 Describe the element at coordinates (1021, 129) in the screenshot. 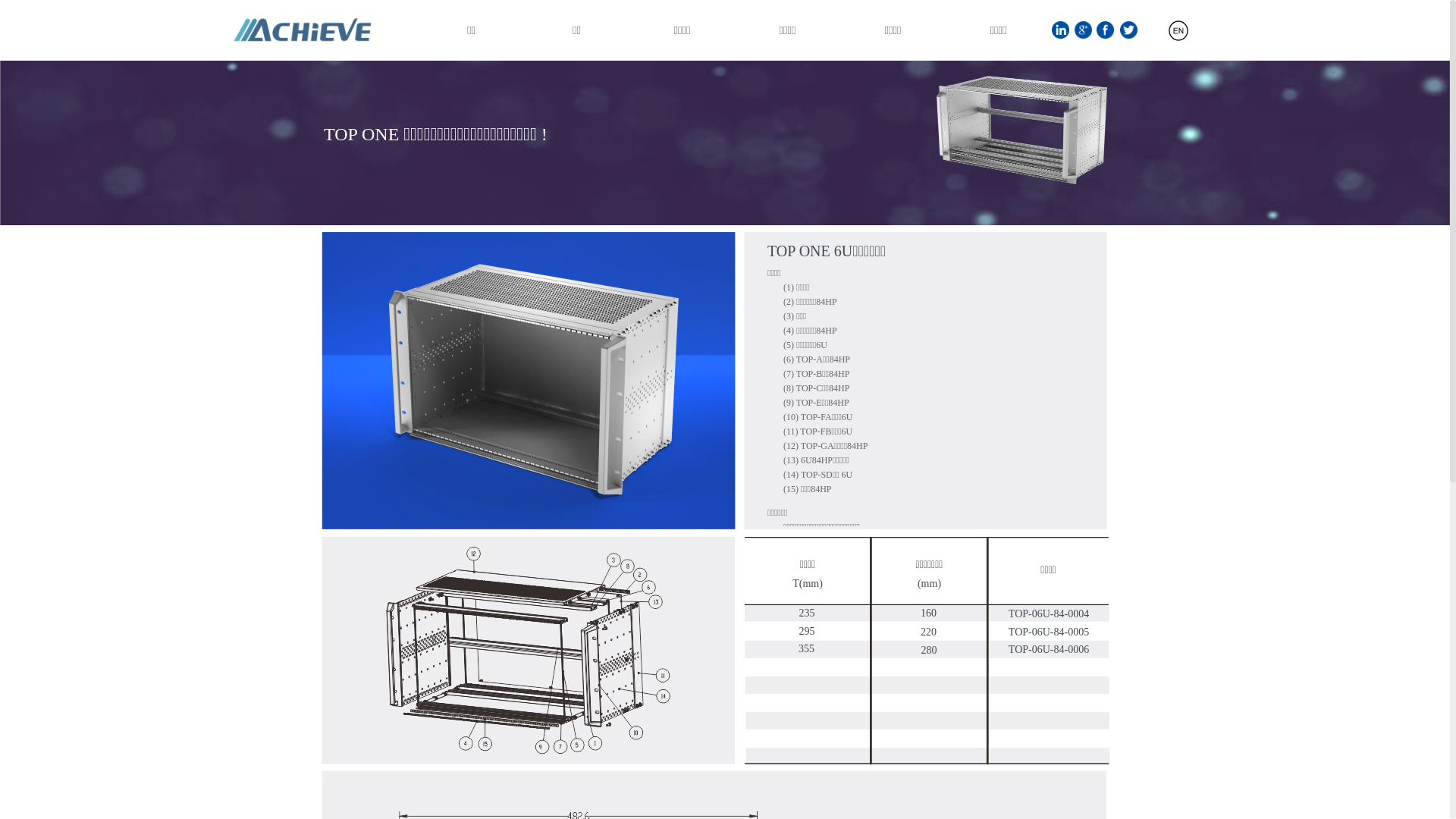

I see `'1'` at that location.